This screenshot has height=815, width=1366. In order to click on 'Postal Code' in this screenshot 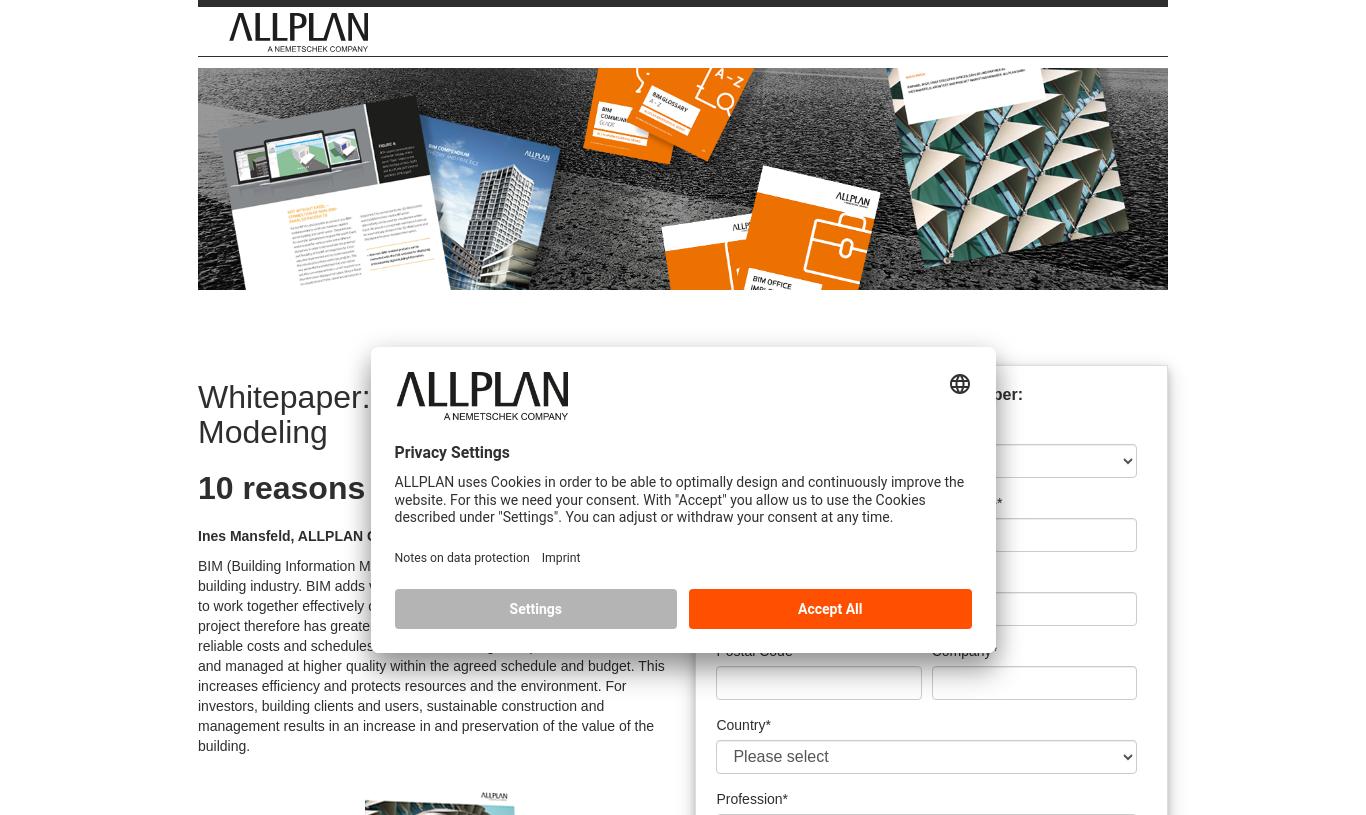, I will do `click(754, 648)`.